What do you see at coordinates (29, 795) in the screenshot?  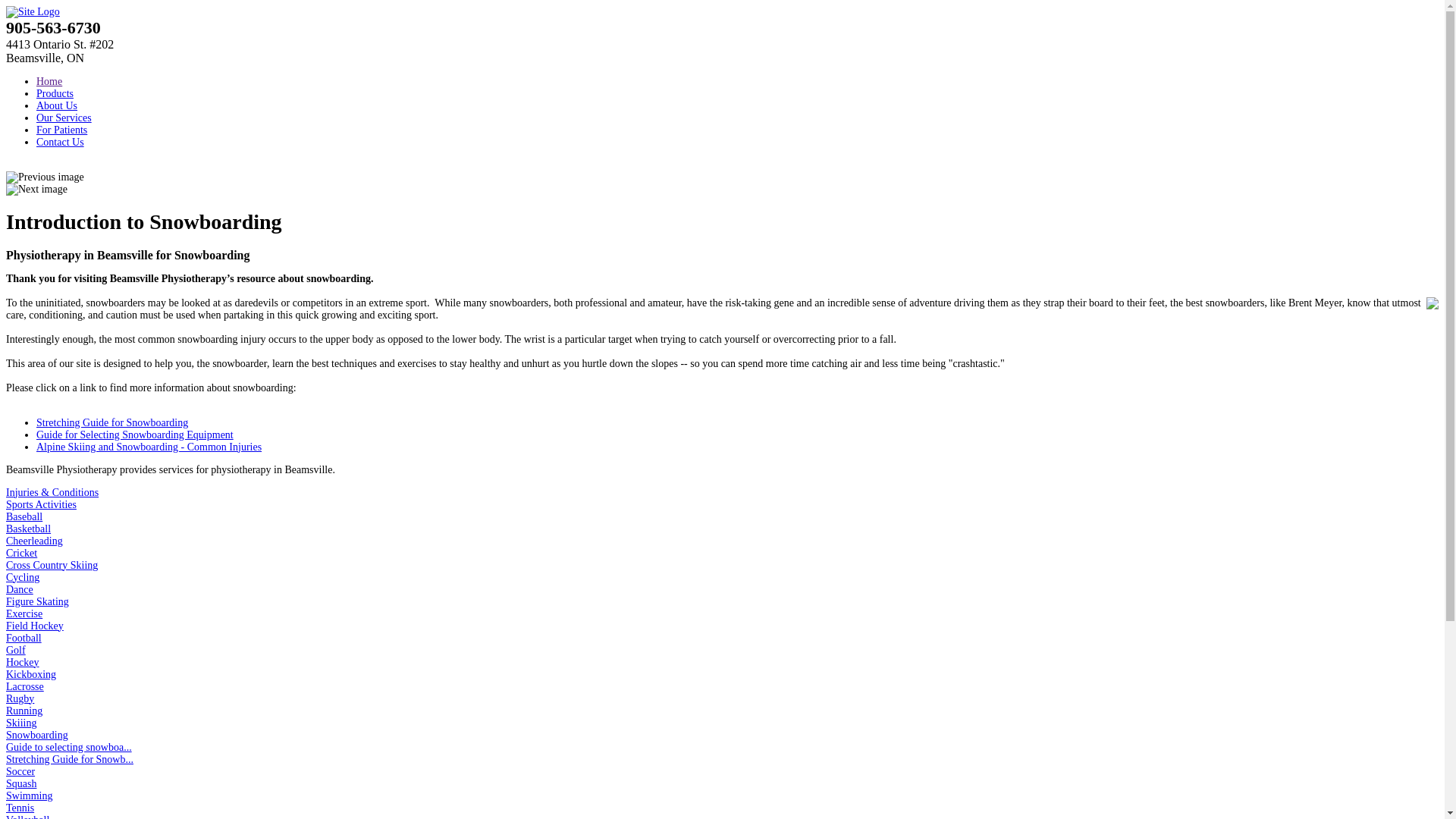 I see `'Swimming'` at bounding box center [29, 795].